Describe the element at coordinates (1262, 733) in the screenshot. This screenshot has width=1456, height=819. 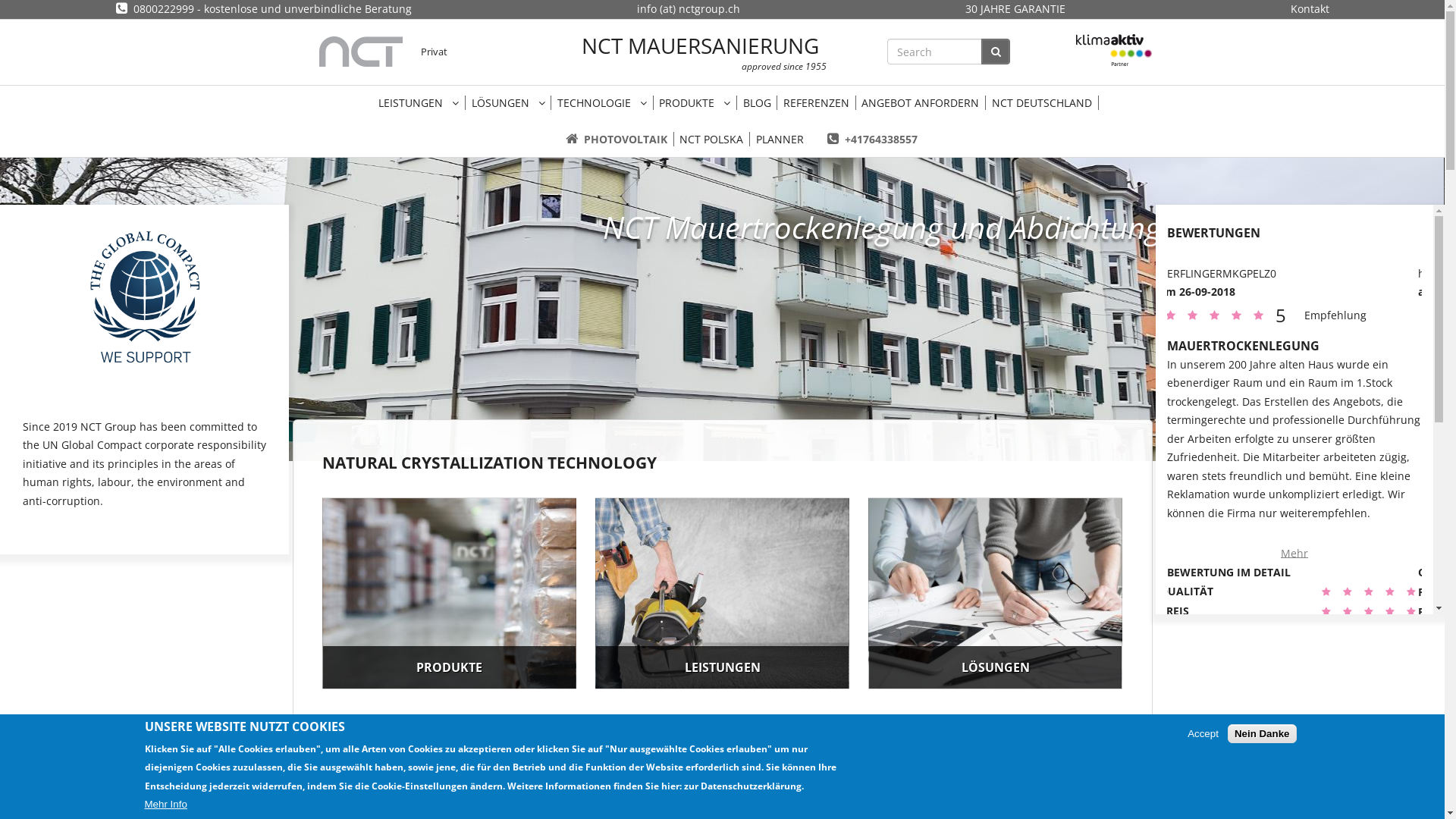
I see `'Nein Danke'` at that location.